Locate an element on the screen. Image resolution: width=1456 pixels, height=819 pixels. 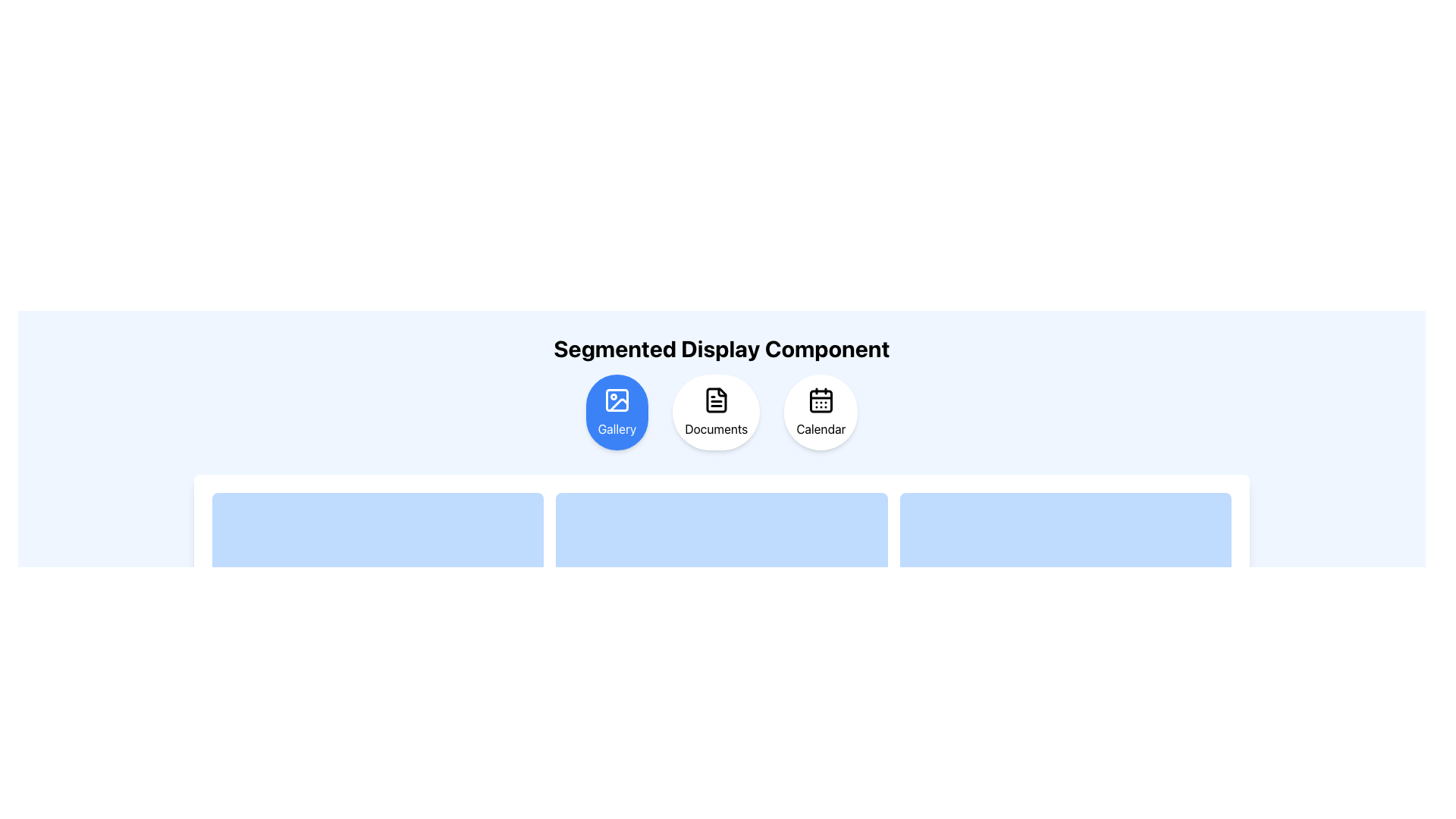
the rectangular component with rounded corners located within the 'Gallery' icon at the center of the icon is located at coordinates (617, 400).